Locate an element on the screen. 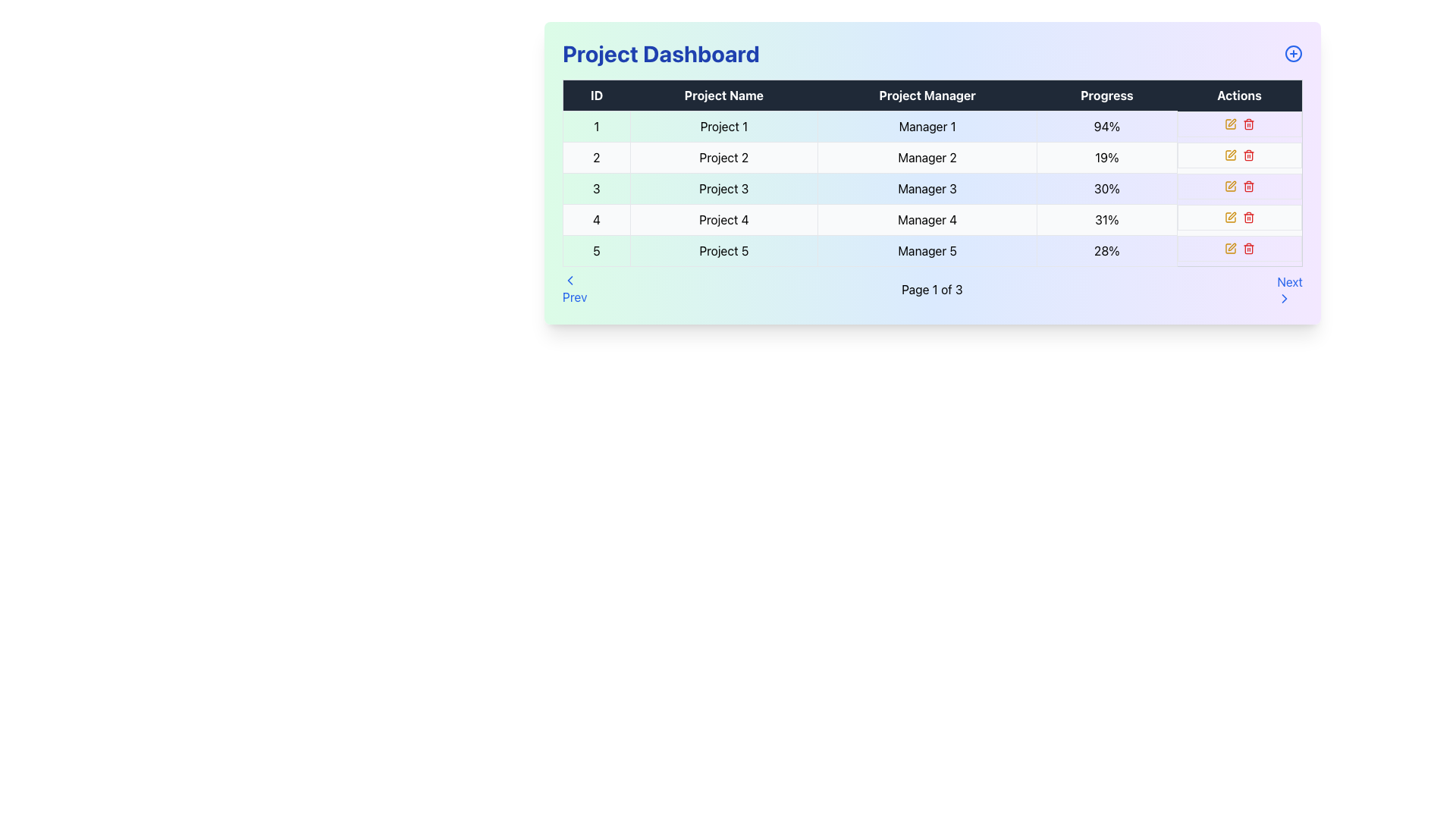 The width and height of the screenshot is (1456, 819). the edit icon in the 'Actions' column of the row corresponding to 'Project 3' is located at coordinates (1232, 184).